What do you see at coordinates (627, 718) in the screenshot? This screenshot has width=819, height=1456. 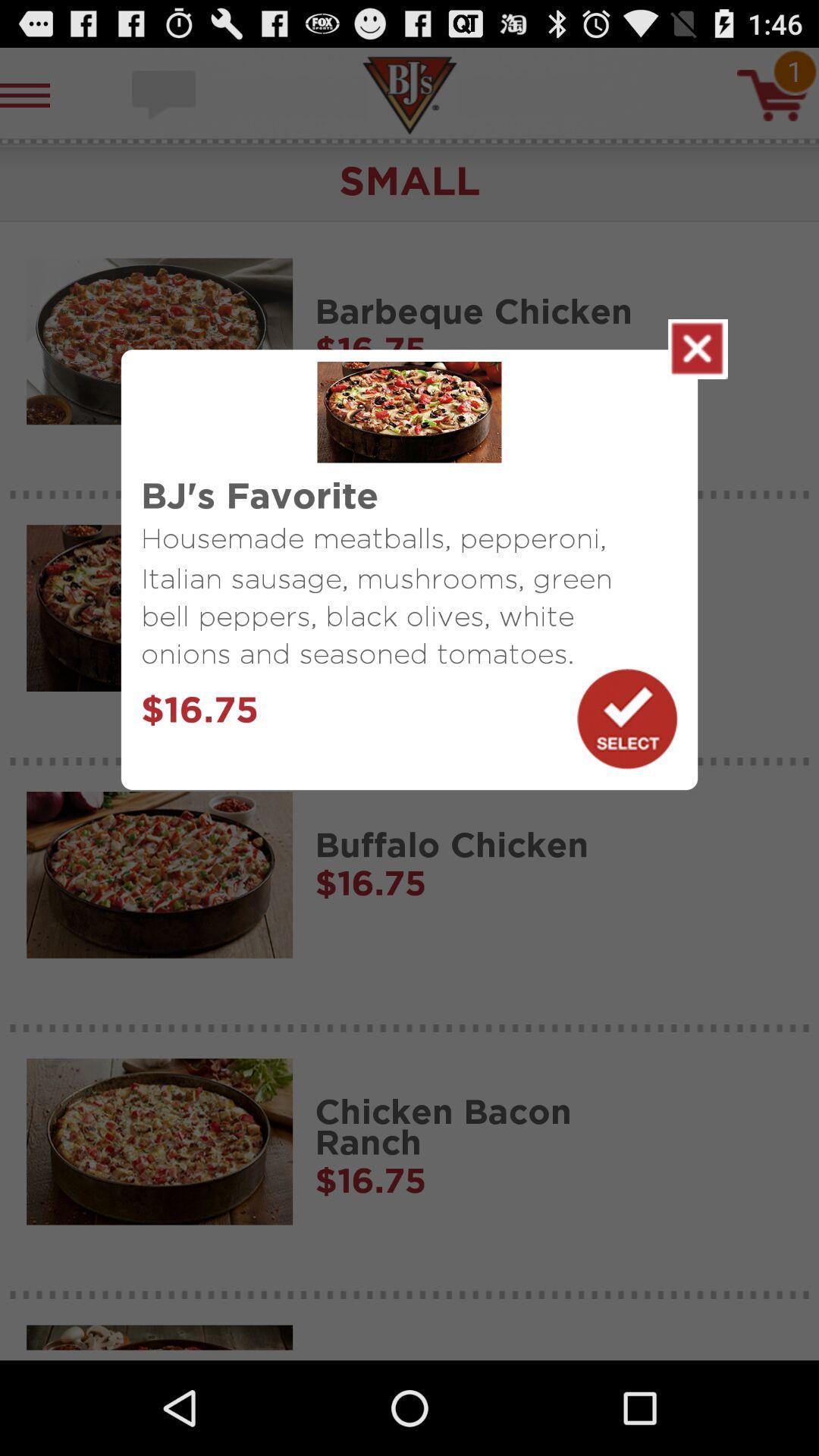 I see `button` at bounding box center [627, 718].